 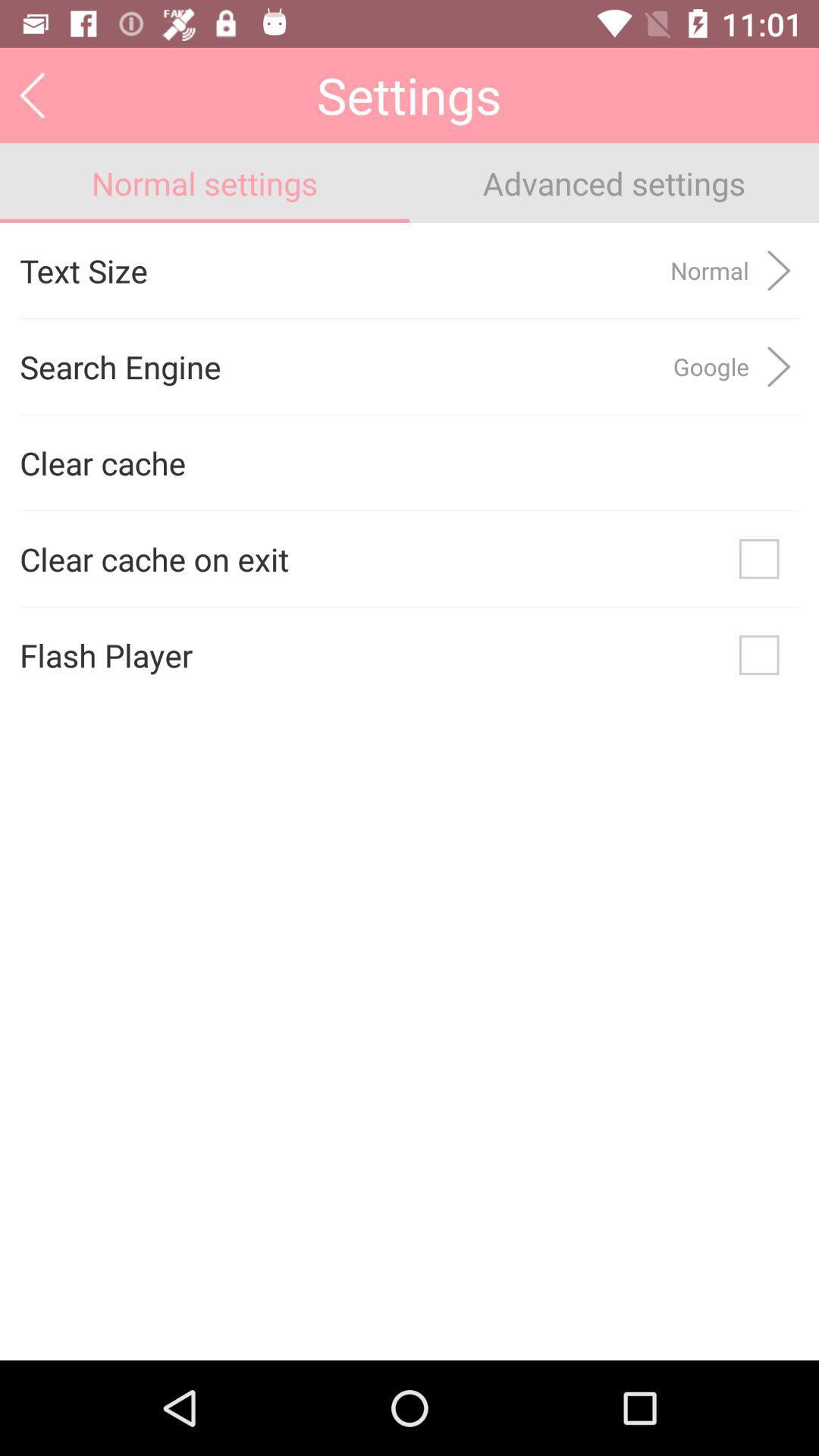 I want to click on the icon next to the clear cache on item, so click(x=759, y=558).